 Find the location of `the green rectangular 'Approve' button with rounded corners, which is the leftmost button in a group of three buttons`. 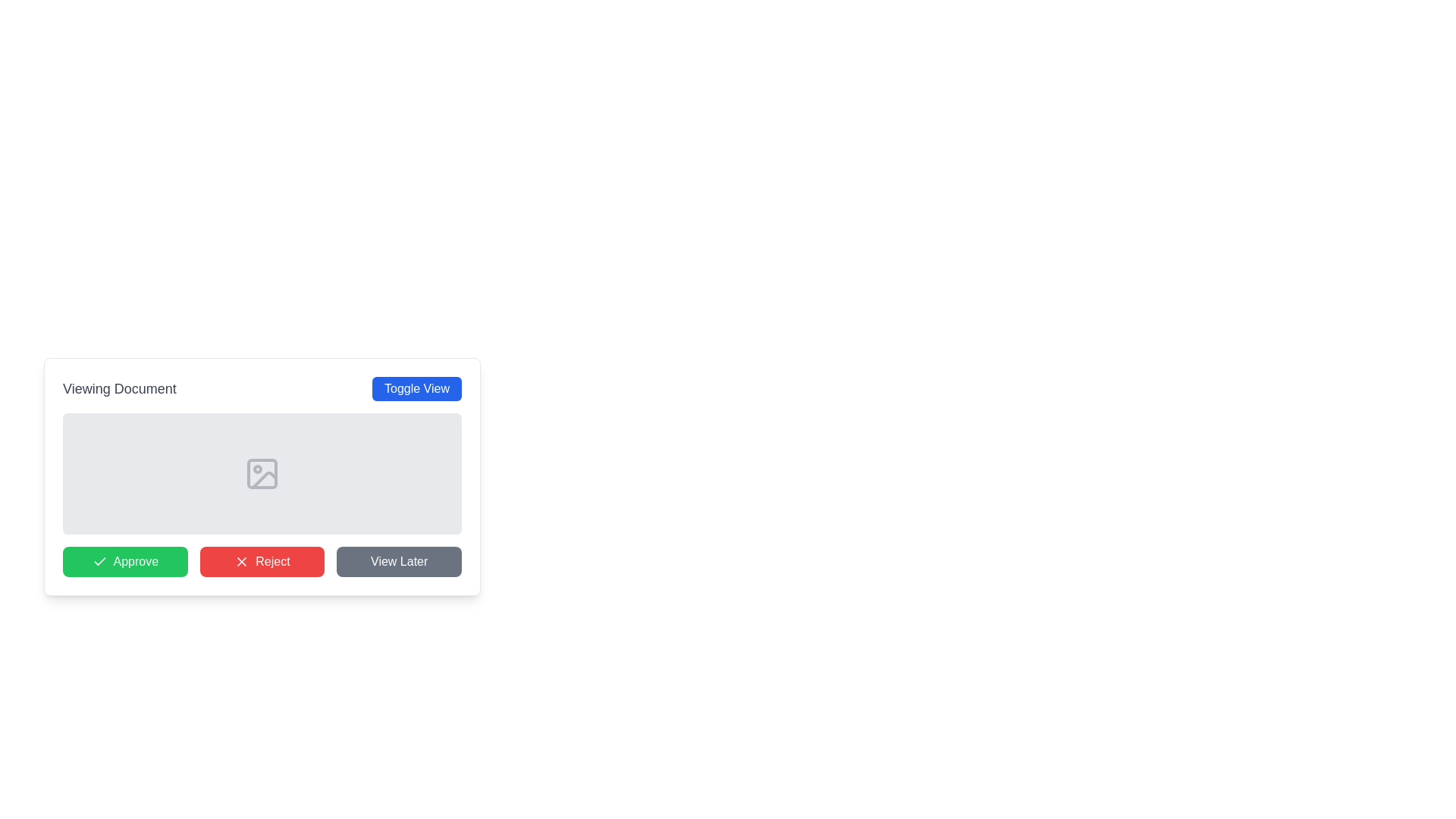

the green rectangular 'Approve' button with rounded corners, which is the leftmost button in a group of three buttons is located at coordinates (125, 561).